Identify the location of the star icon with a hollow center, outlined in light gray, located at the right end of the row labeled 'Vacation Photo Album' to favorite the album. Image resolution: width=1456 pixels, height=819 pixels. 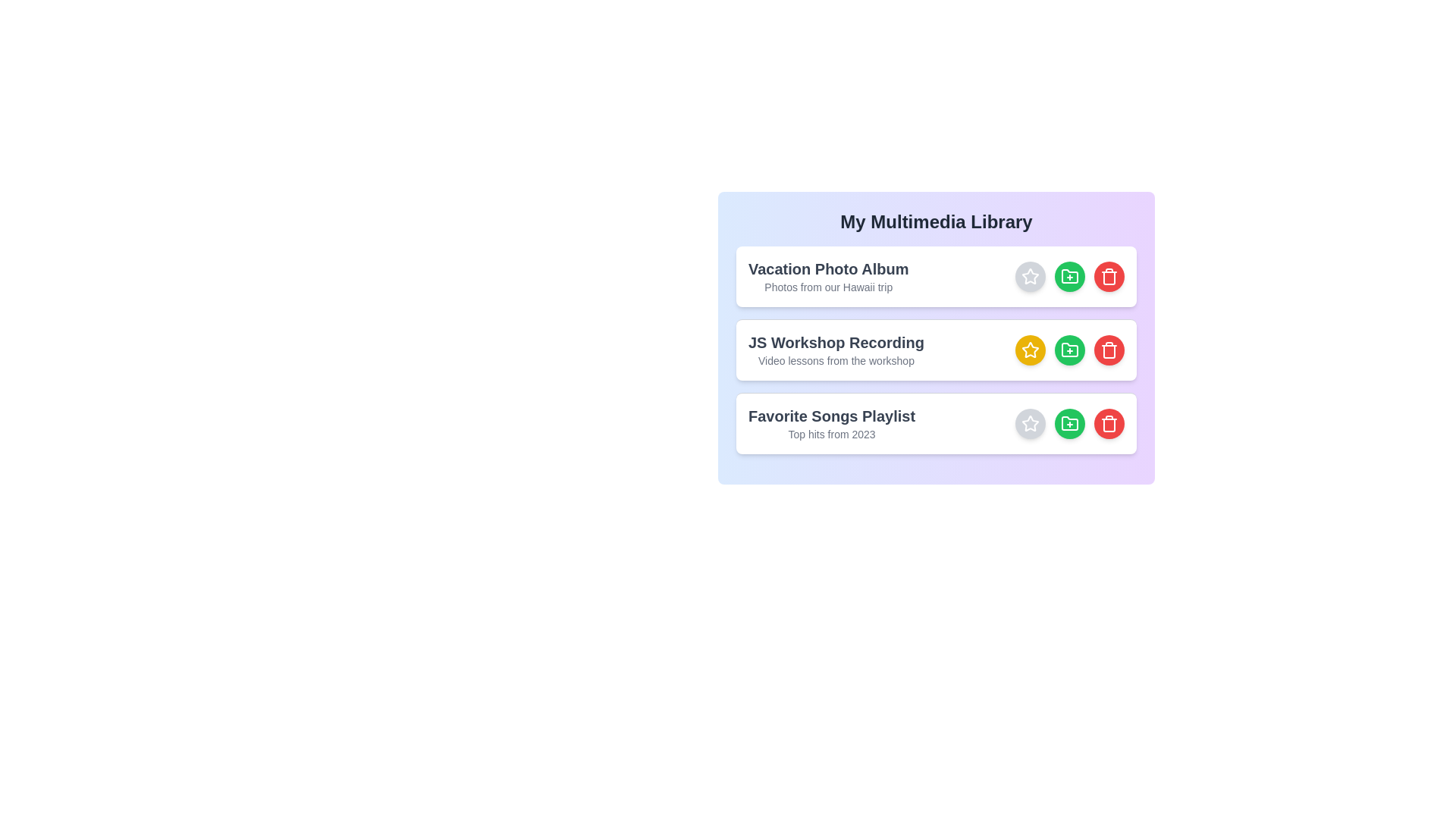
(1030, 423).